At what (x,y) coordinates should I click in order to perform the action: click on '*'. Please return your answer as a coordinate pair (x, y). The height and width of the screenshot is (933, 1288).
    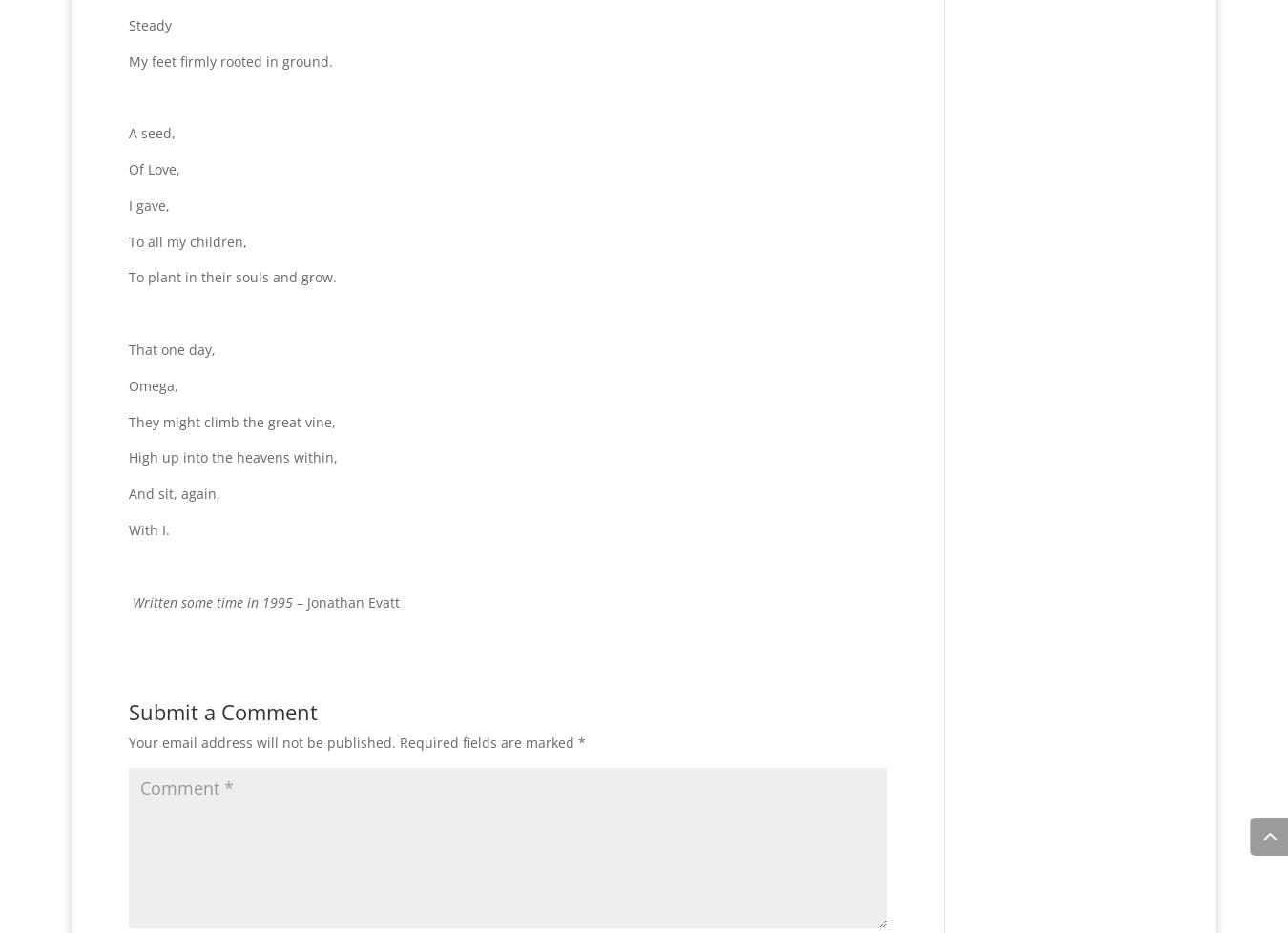
    Looking at the image, I should click on (582, 741).